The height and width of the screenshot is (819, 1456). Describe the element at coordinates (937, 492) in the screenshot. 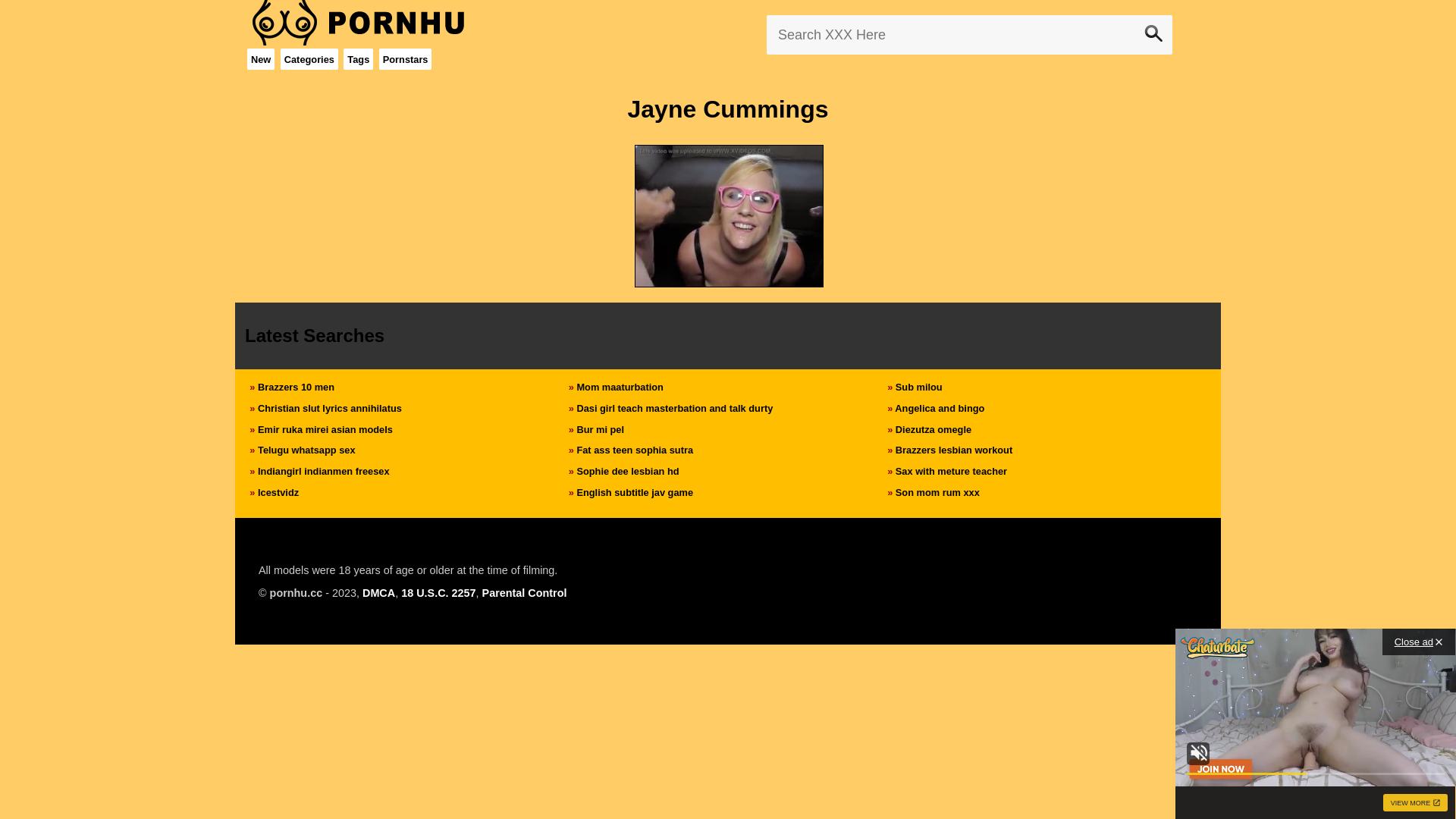

I see `'Son mom rum xxx'` at that location.